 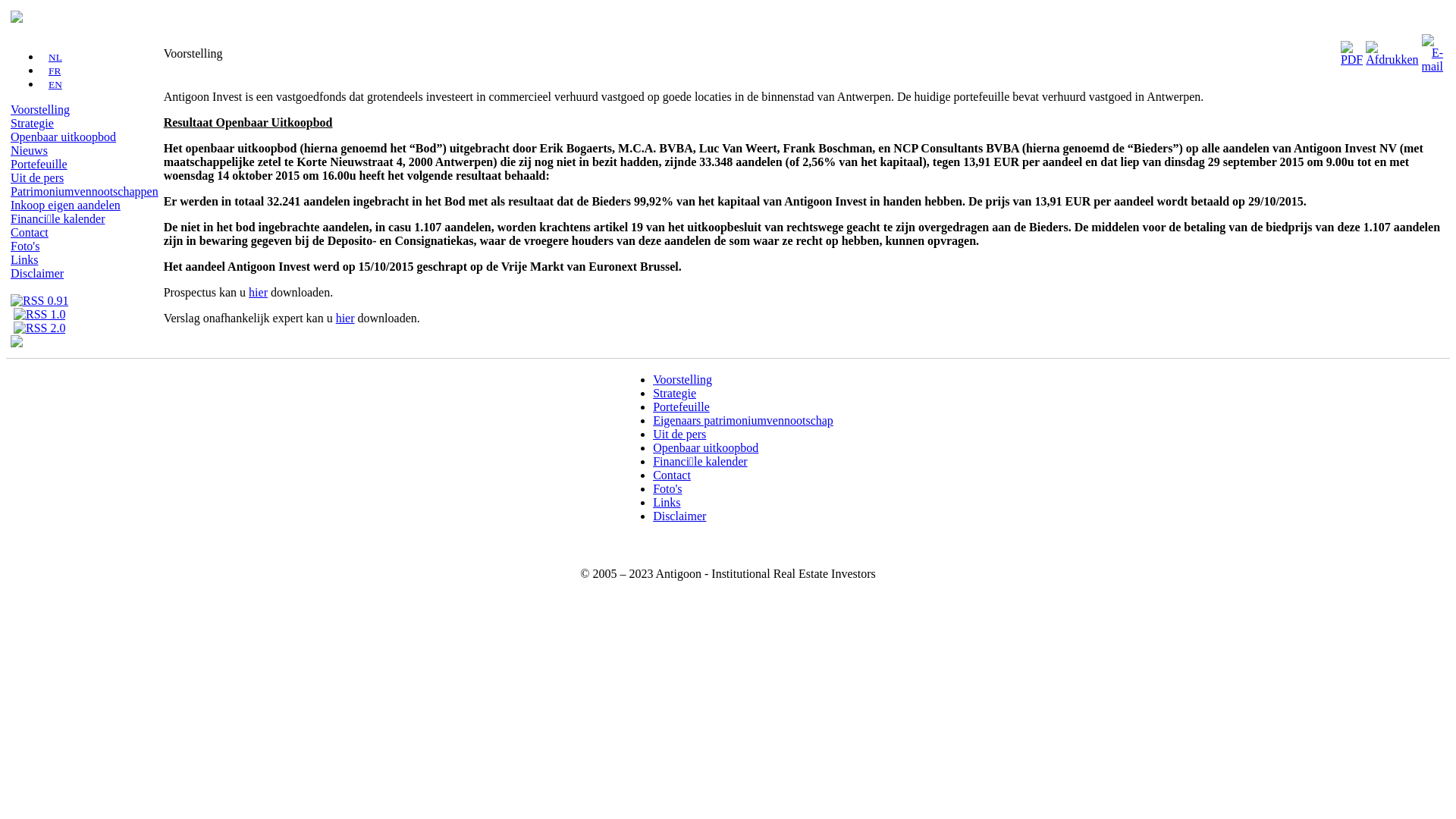 What do you see at coordinates (51, 84) in the screenshot?
I see `'EN'` at bounding box center [51, 84].